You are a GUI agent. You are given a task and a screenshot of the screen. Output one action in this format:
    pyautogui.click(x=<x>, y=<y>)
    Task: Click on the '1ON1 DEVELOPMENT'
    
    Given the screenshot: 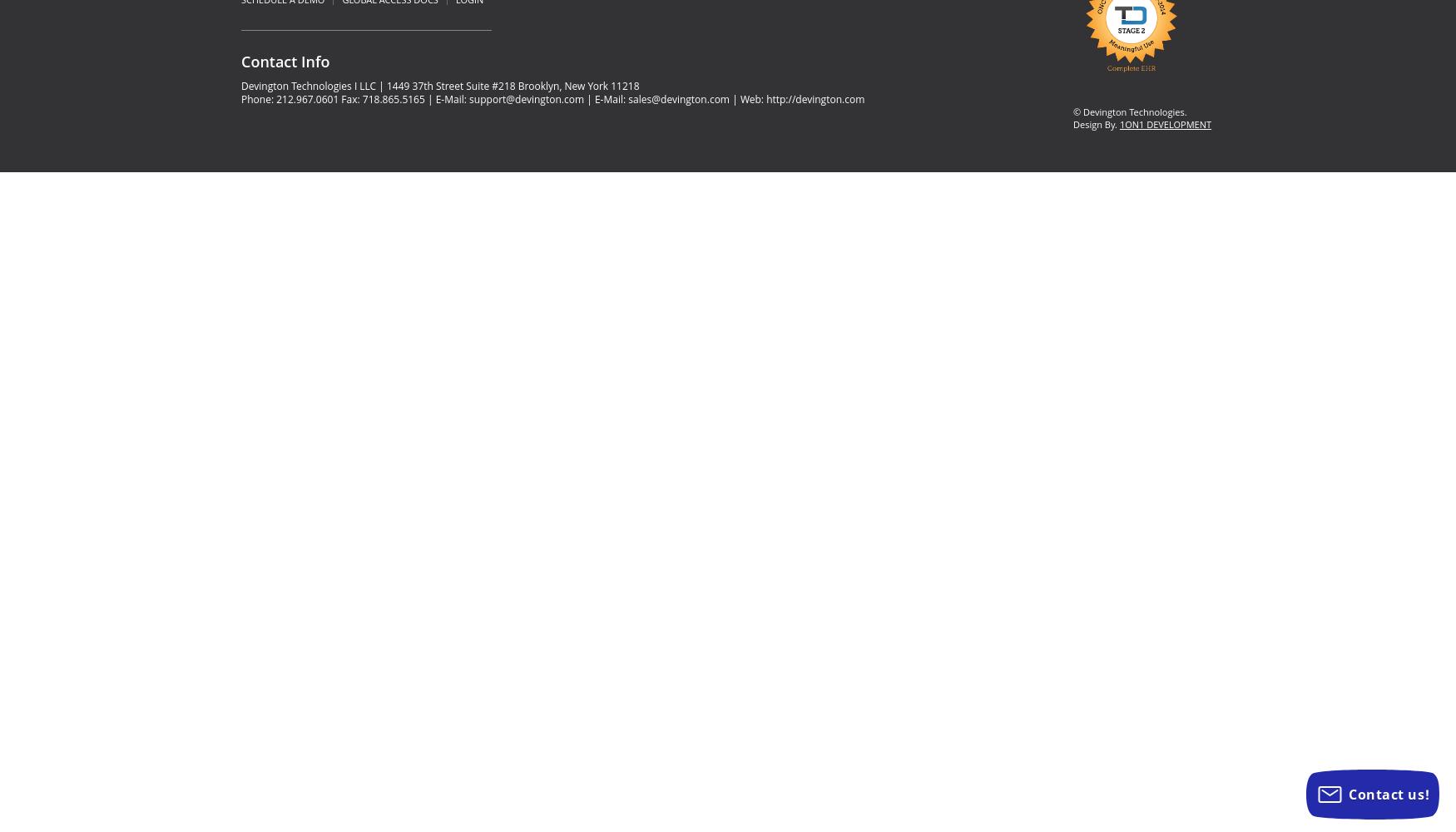 What is the action you would take?
    pyautogui.click(x=1164, y=124)
    